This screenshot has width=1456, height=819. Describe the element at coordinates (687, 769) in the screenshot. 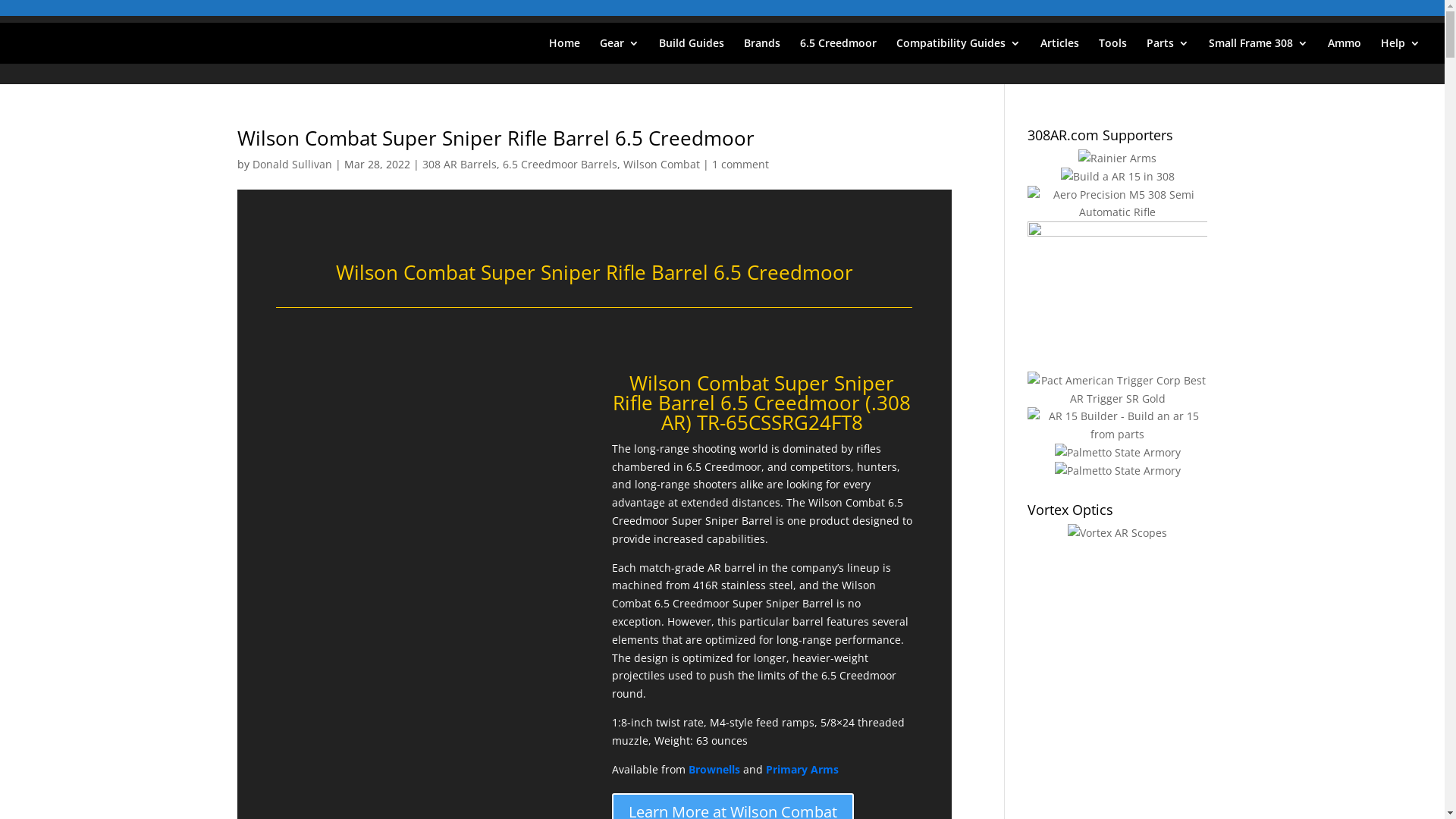

I see `'Brownells'` at that location.